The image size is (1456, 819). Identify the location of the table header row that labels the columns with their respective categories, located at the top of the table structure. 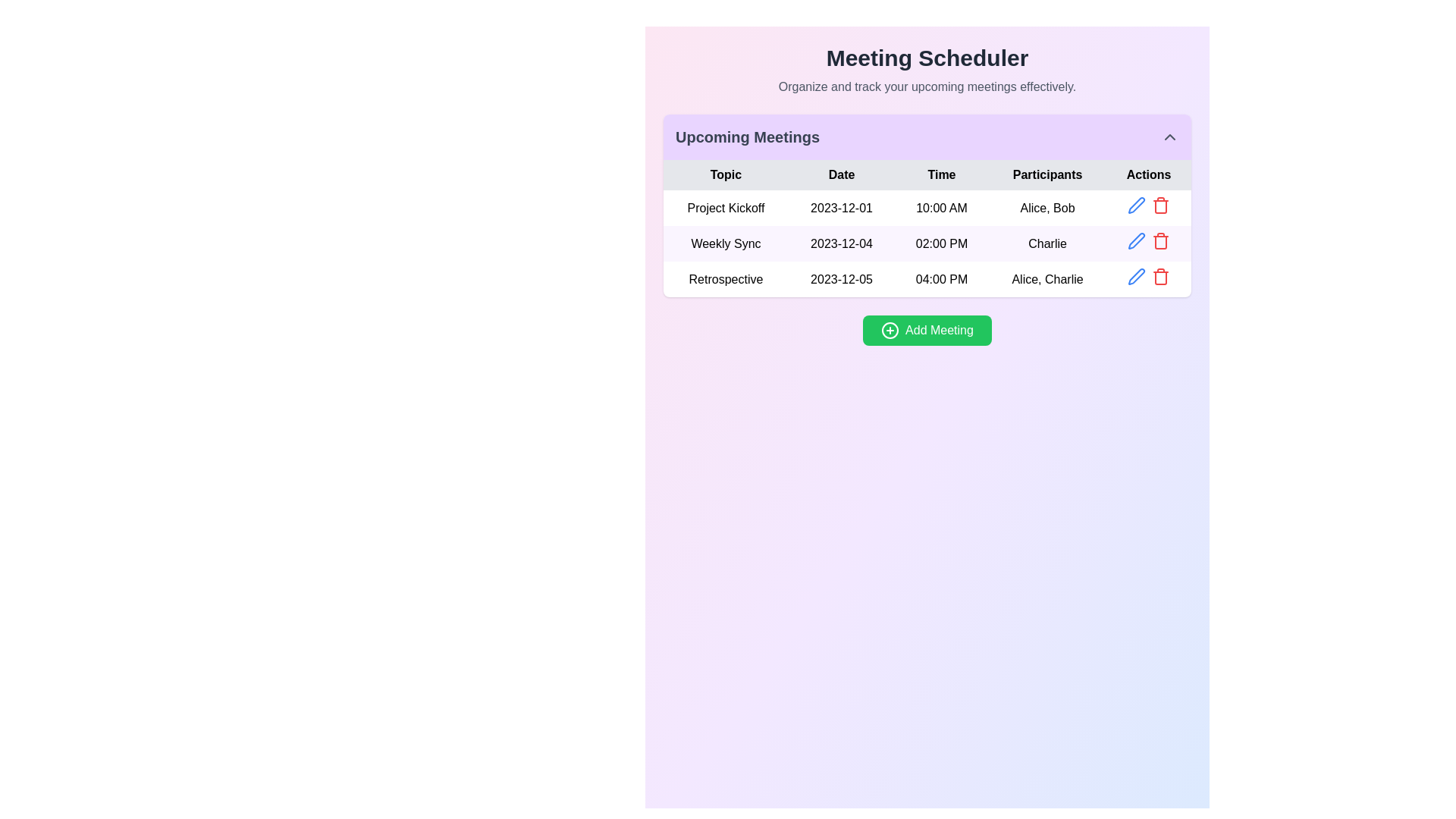
(927, 174).